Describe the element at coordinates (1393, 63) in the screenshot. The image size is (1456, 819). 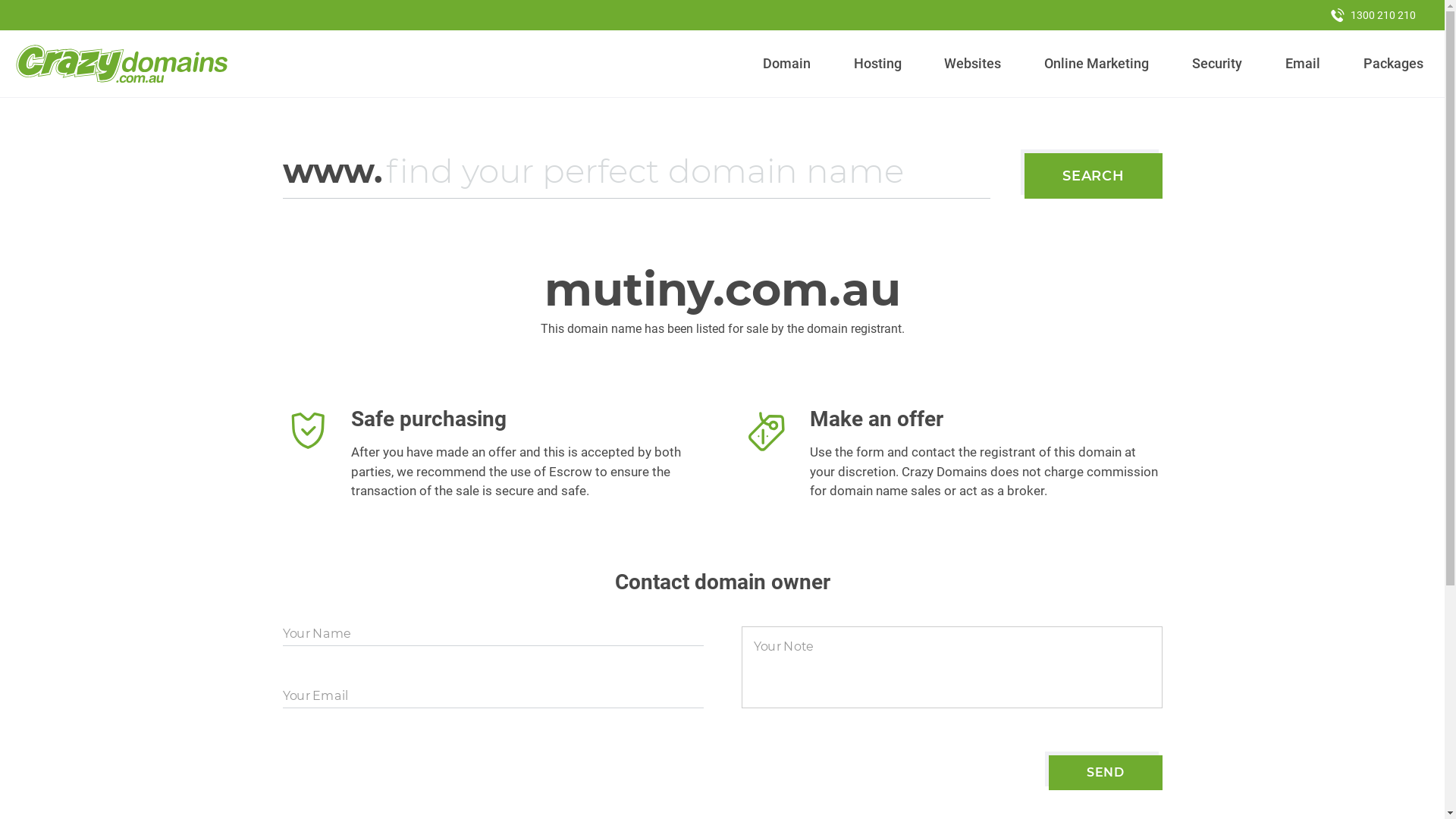
I see `'Packages'` at that location.